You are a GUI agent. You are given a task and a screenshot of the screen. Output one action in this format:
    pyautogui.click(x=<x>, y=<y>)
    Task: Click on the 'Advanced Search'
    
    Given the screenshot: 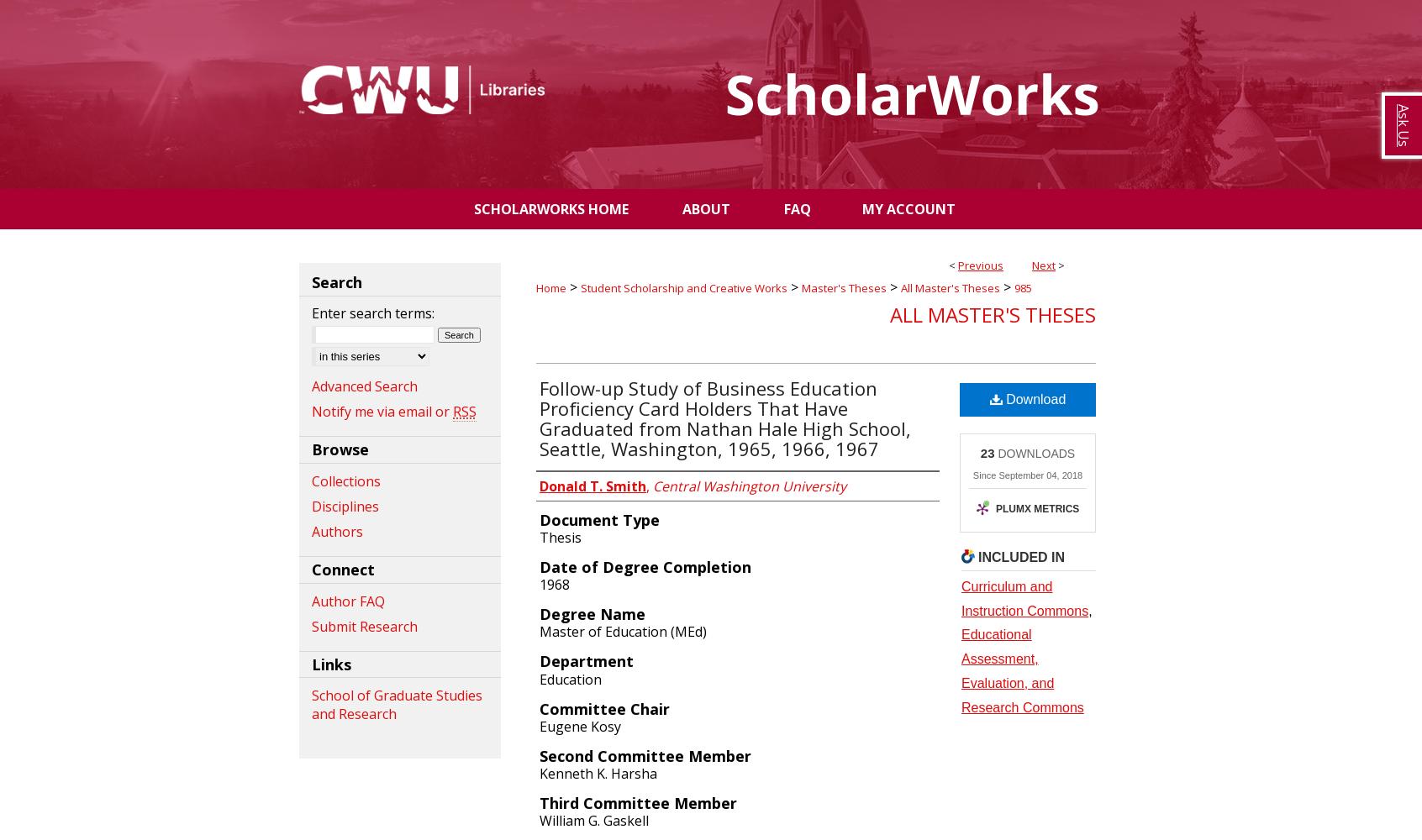 What is the action you would take?
    pyautogui.click(x=363, y=385)
    